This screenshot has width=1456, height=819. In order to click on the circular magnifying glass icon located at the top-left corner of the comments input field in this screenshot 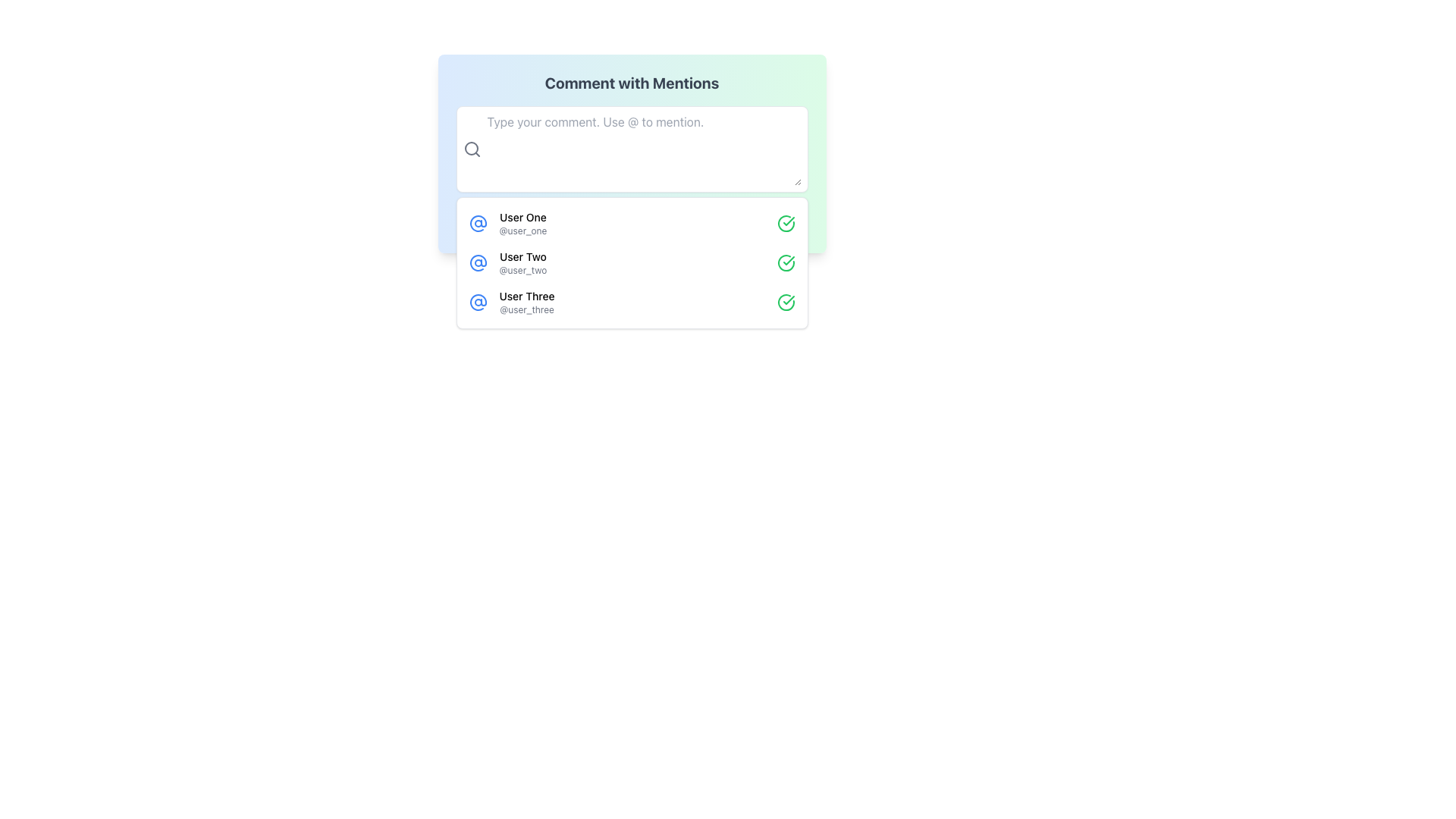, I will do `click(470, 149)`.